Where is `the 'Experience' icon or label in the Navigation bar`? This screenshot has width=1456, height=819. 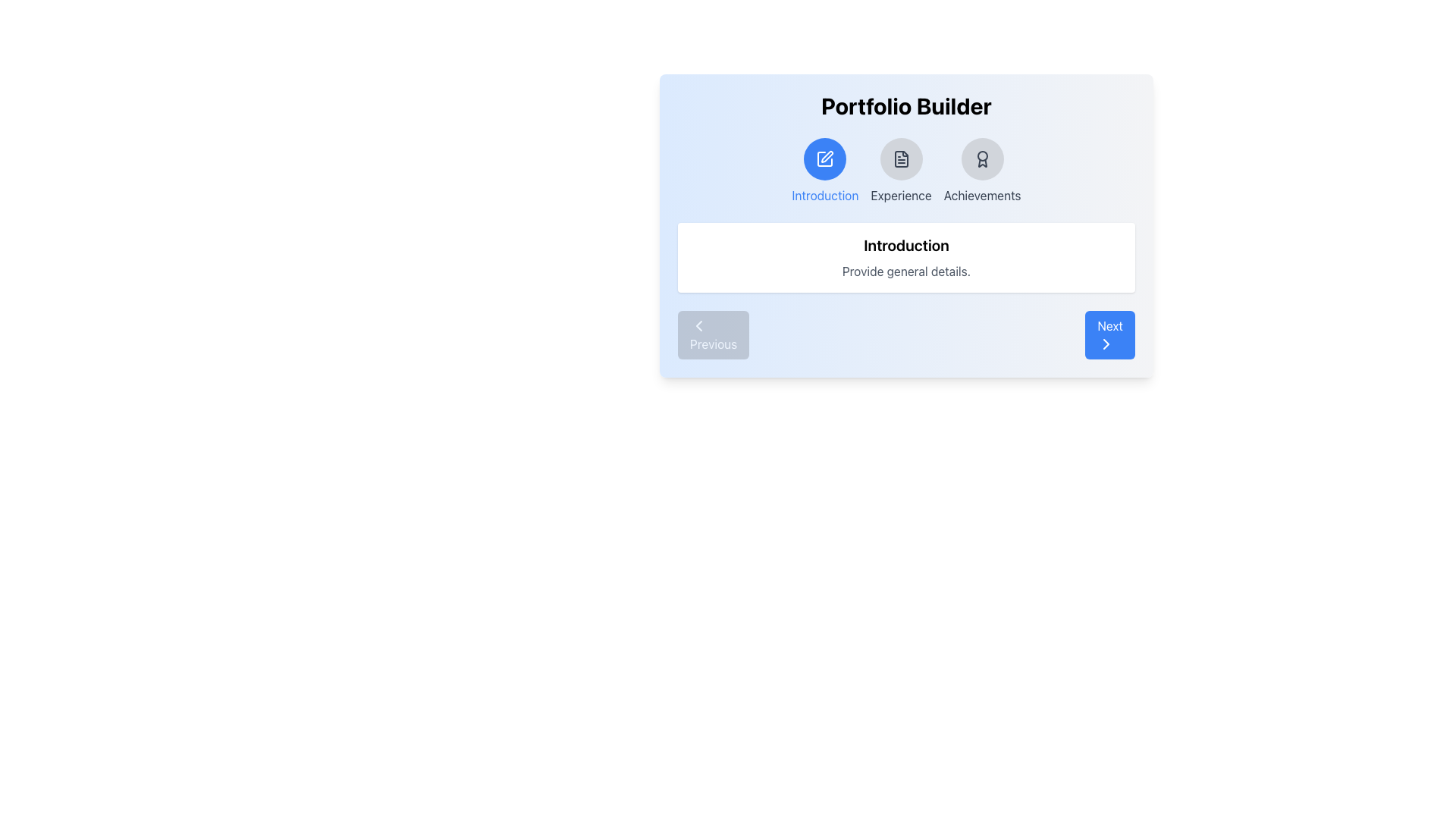
the 'Experience' icon or label in the Navigation bar is located at coordinates (906, 171).